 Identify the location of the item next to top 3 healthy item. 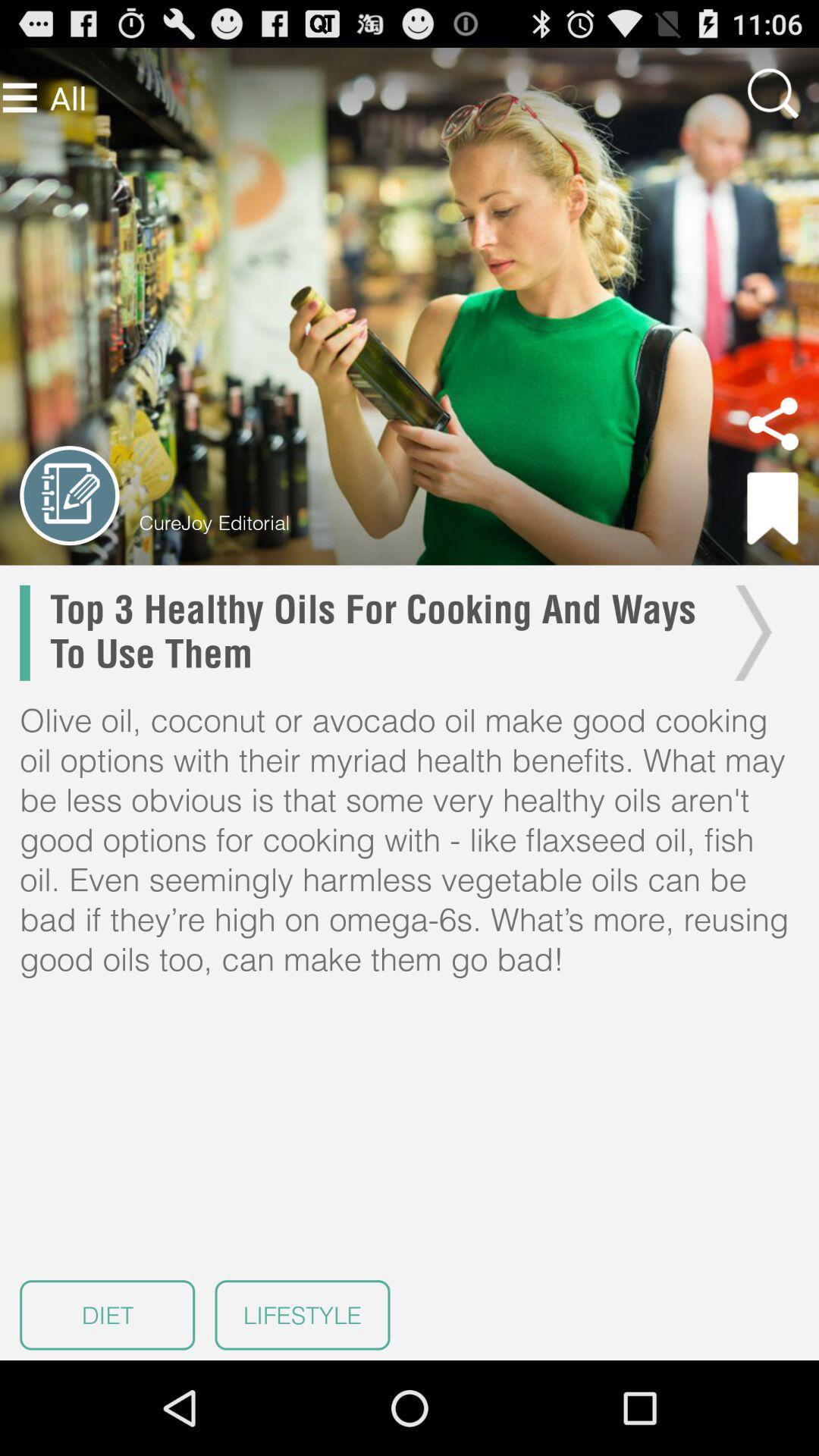
(748, 632).